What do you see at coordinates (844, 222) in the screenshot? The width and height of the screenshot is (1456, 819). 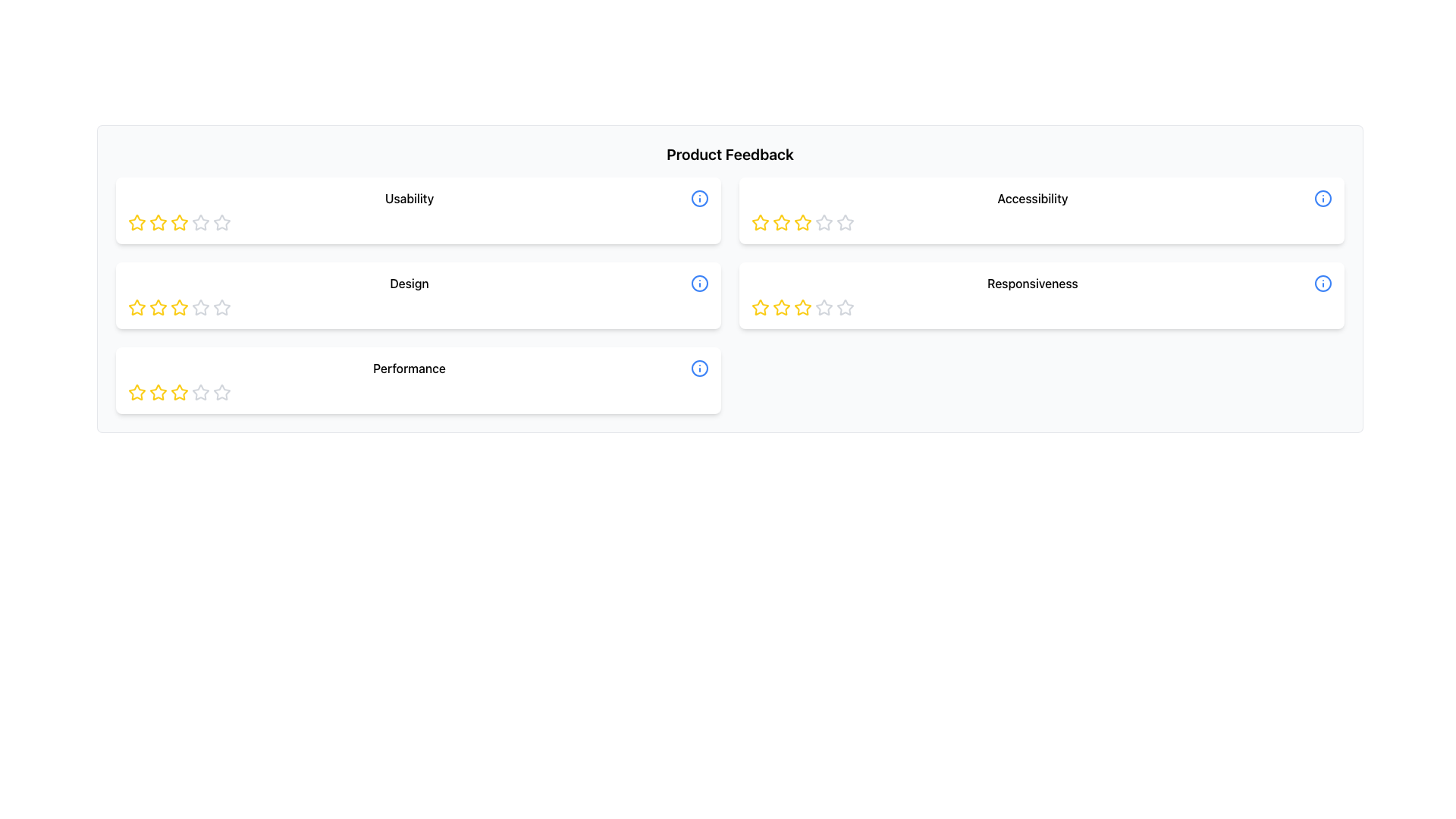 I see `the fourth star icon in the Accessibility feedback section, which represents a star rating` at bounding box center [844, 222].